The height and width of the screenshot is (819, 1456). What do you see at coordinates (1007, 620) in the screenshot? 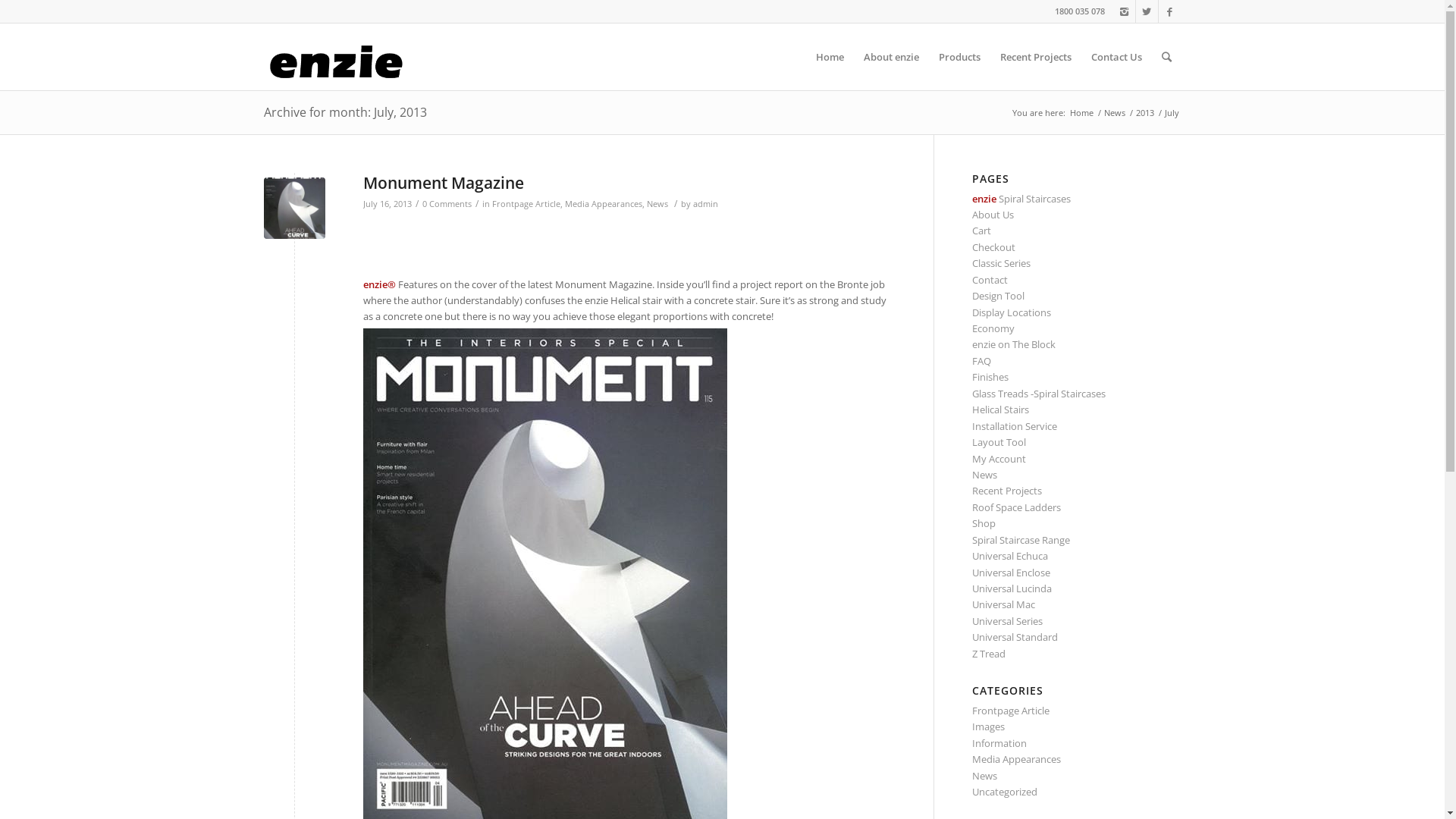
I see `'Universal Series'` at bounding box center [1007, 620].